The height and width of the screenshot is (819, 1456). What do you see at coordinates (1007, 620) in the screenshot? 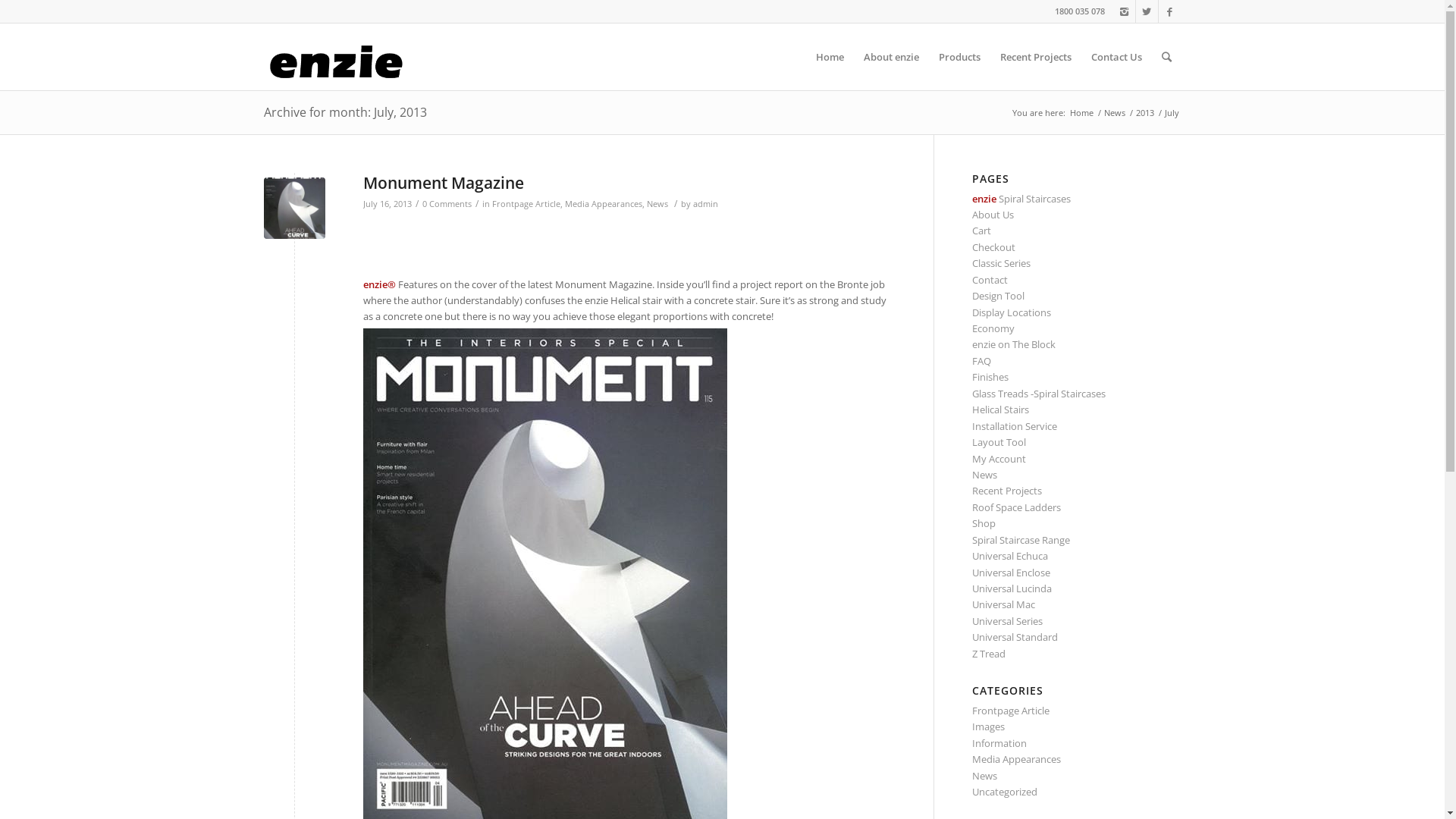
I see `'Universal Series'` at bounding box center [1007, 620].